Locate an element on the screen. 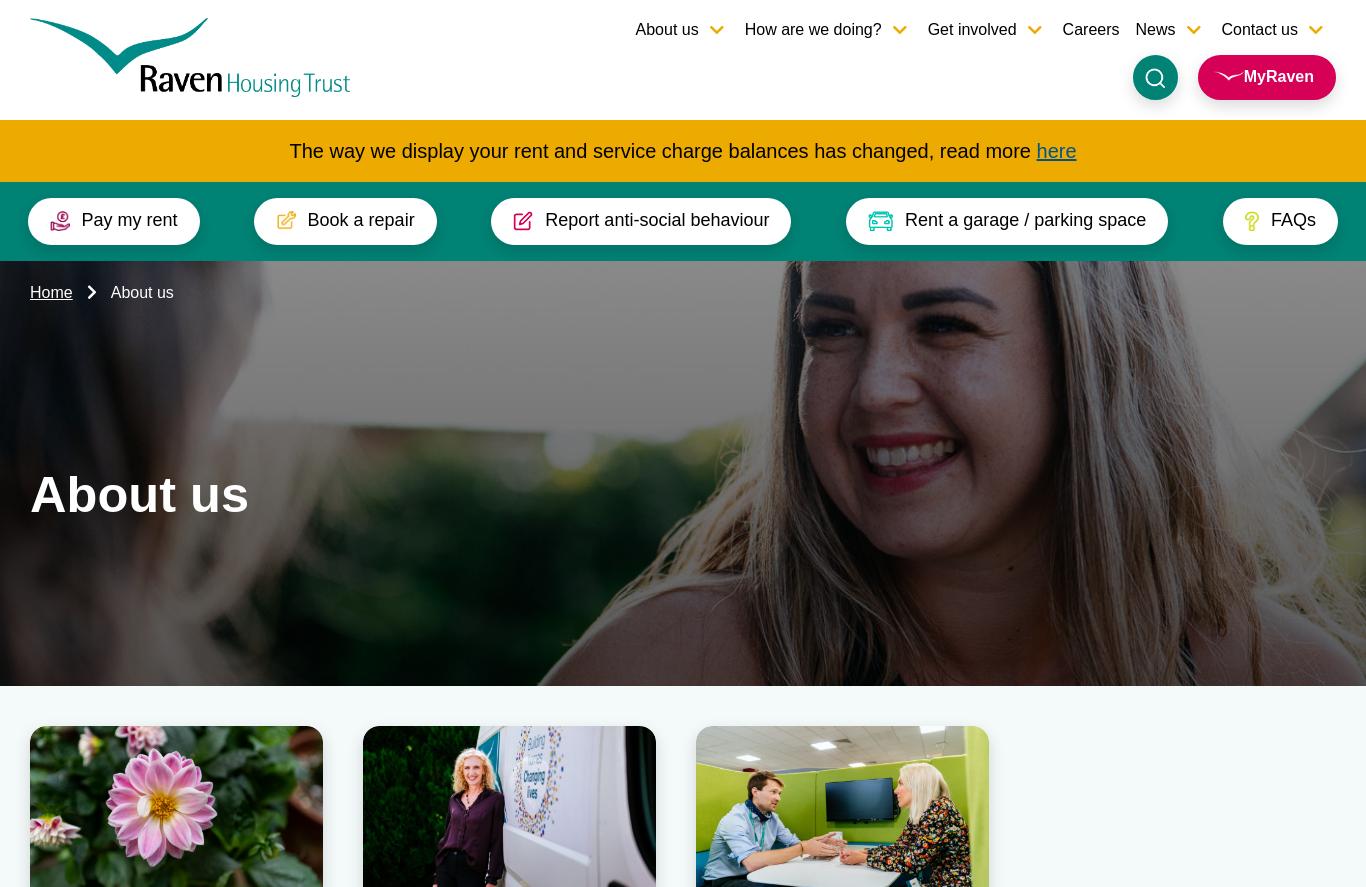 Image resolution: width=1366 pixels, height=887 pixels. 'FAQs' is located at coordinates (1306, 724).